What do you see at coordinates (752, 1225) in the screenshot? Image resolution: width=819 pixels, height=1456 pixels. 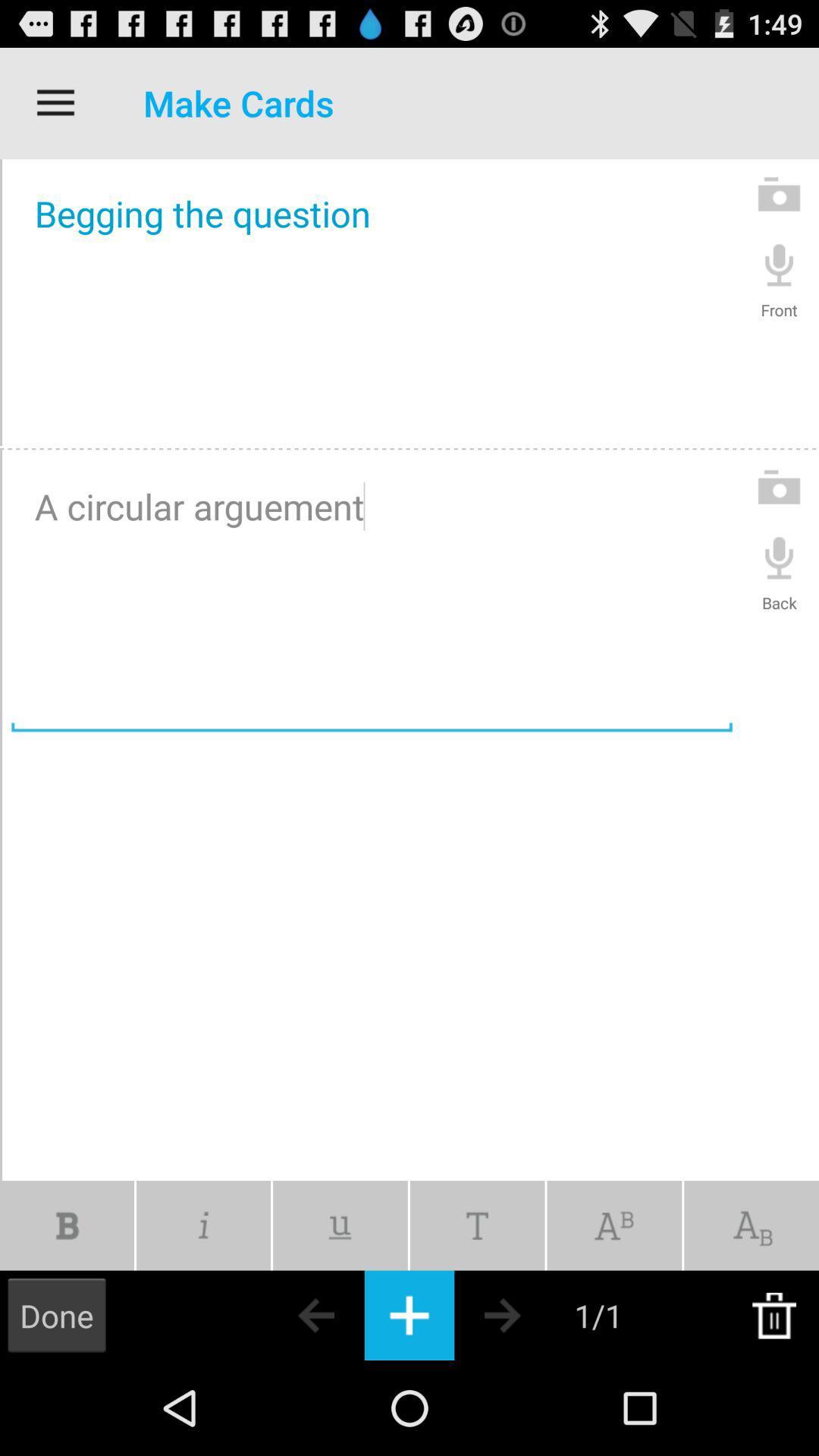 I see `ab font which is at bottom first right side of the page` at bounding box center [752, 1225].